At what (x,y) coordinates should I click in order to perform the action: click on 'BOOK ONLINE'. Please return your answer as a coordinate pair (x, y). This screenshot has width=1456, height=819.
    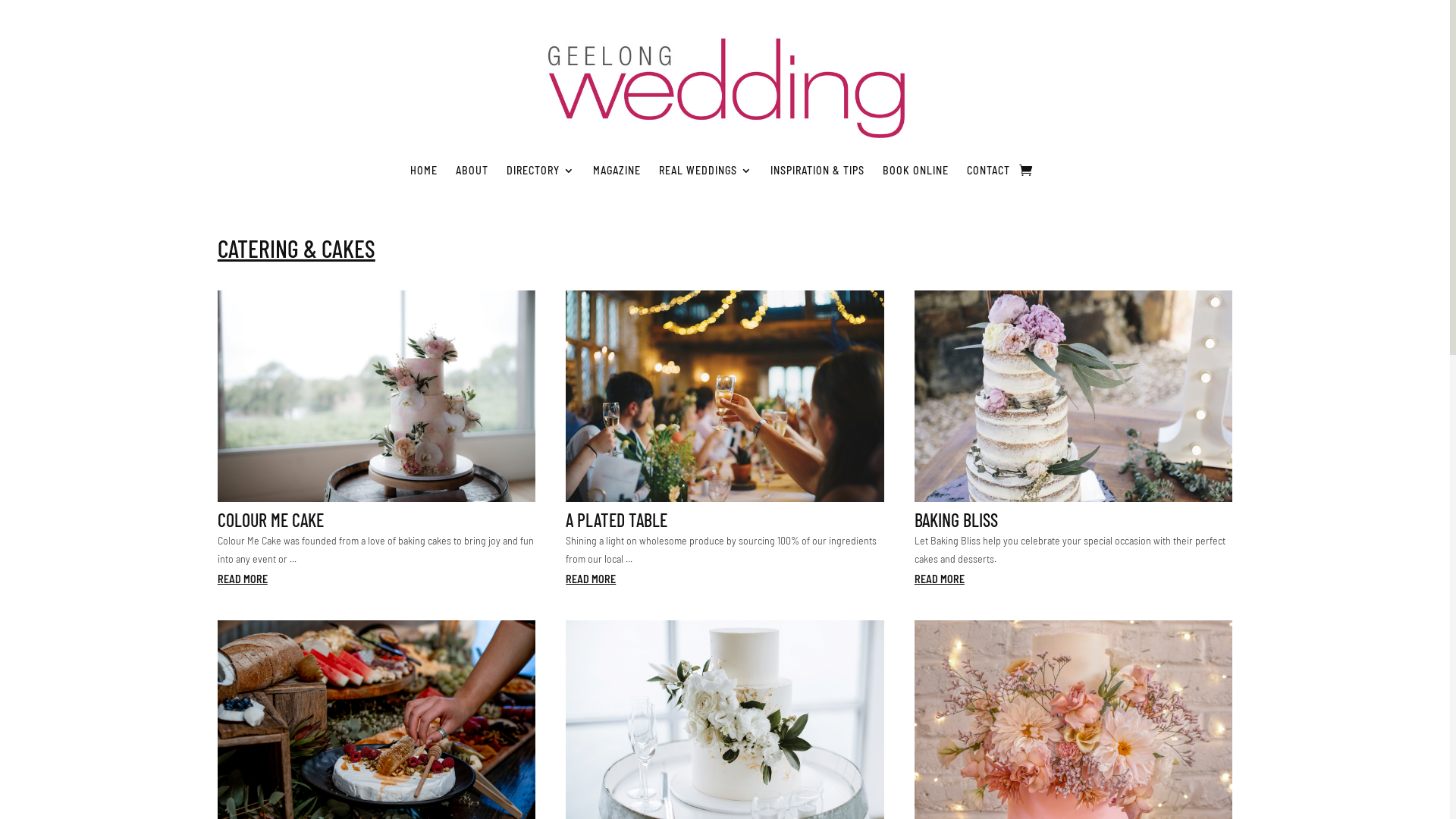
    Looking at the image, I should click on (915, 170).